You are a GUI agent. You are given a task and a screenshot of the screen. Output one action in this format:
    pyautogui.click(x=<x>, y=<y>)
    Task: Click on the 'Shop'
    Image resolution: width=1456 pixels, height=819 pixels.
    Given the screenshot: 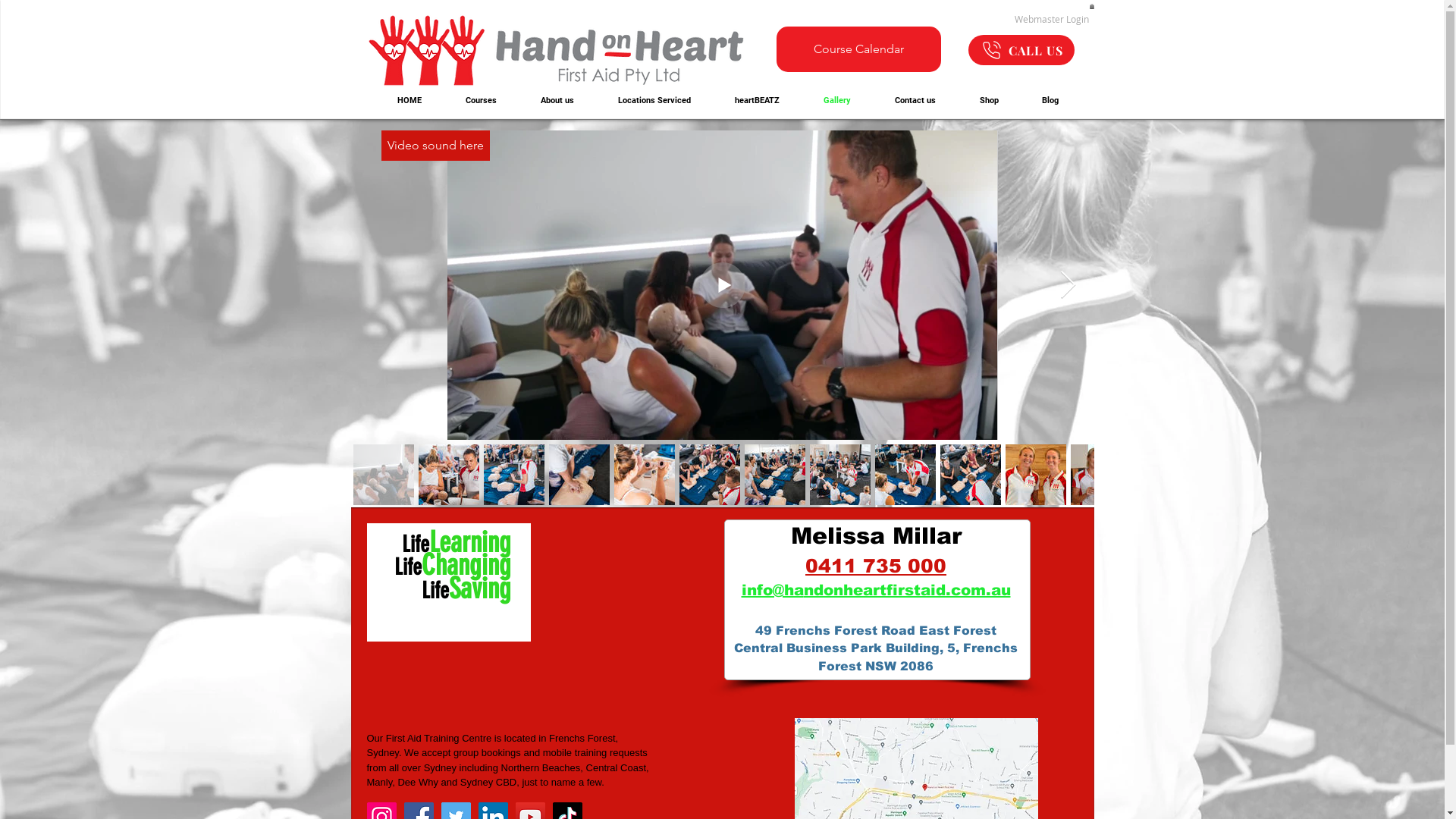 What is the action you would take?
    pyautogui.click(x=988, y=100)
    